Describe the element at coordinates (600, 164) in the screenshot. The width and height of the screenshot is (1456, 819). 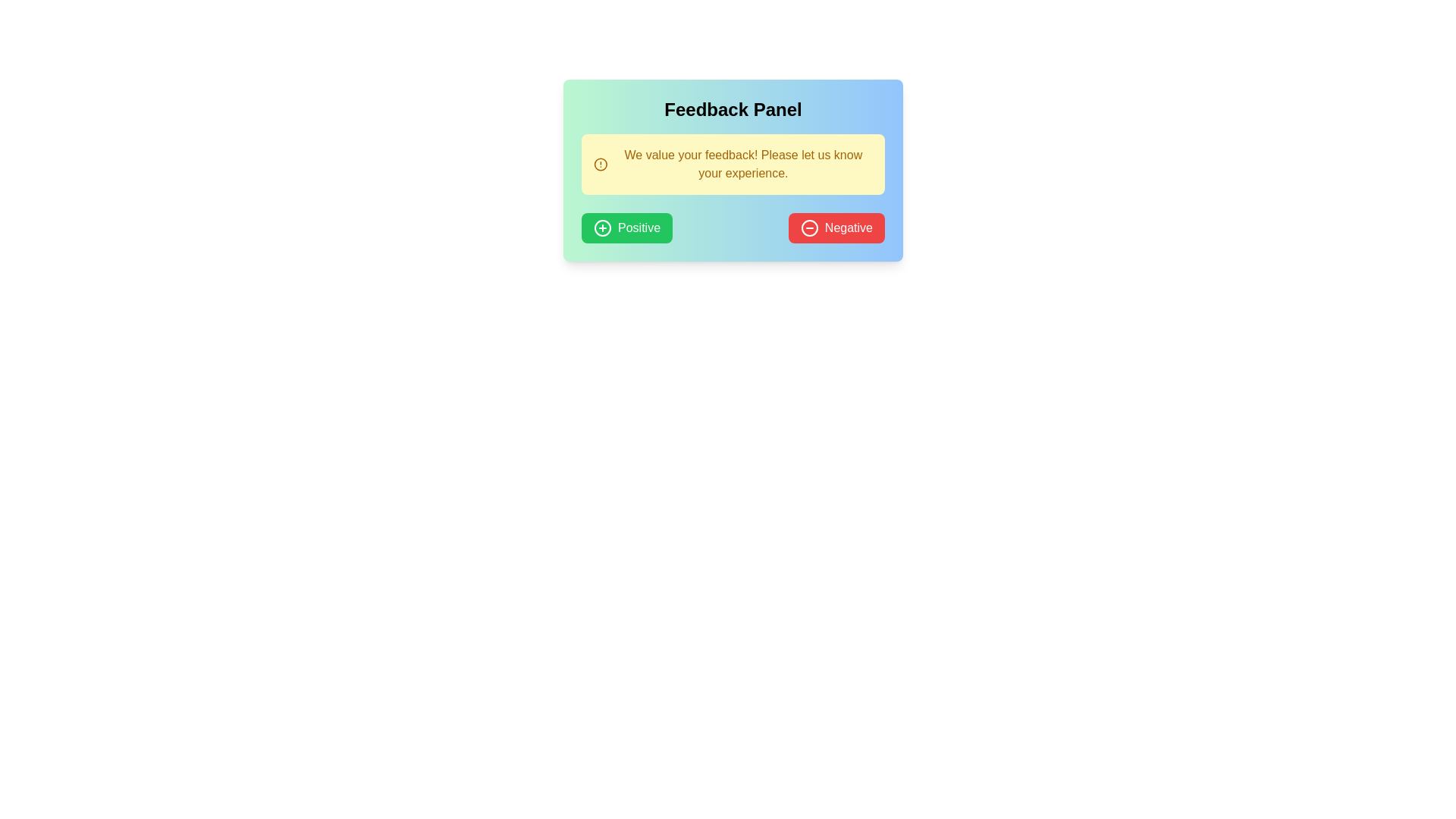
I see `the circular graphic element that serves as the outer border of the warning or alert icon, located in the feedback panel preceding the text 'We value your feedback! Please let us know your experience.'` at that location.